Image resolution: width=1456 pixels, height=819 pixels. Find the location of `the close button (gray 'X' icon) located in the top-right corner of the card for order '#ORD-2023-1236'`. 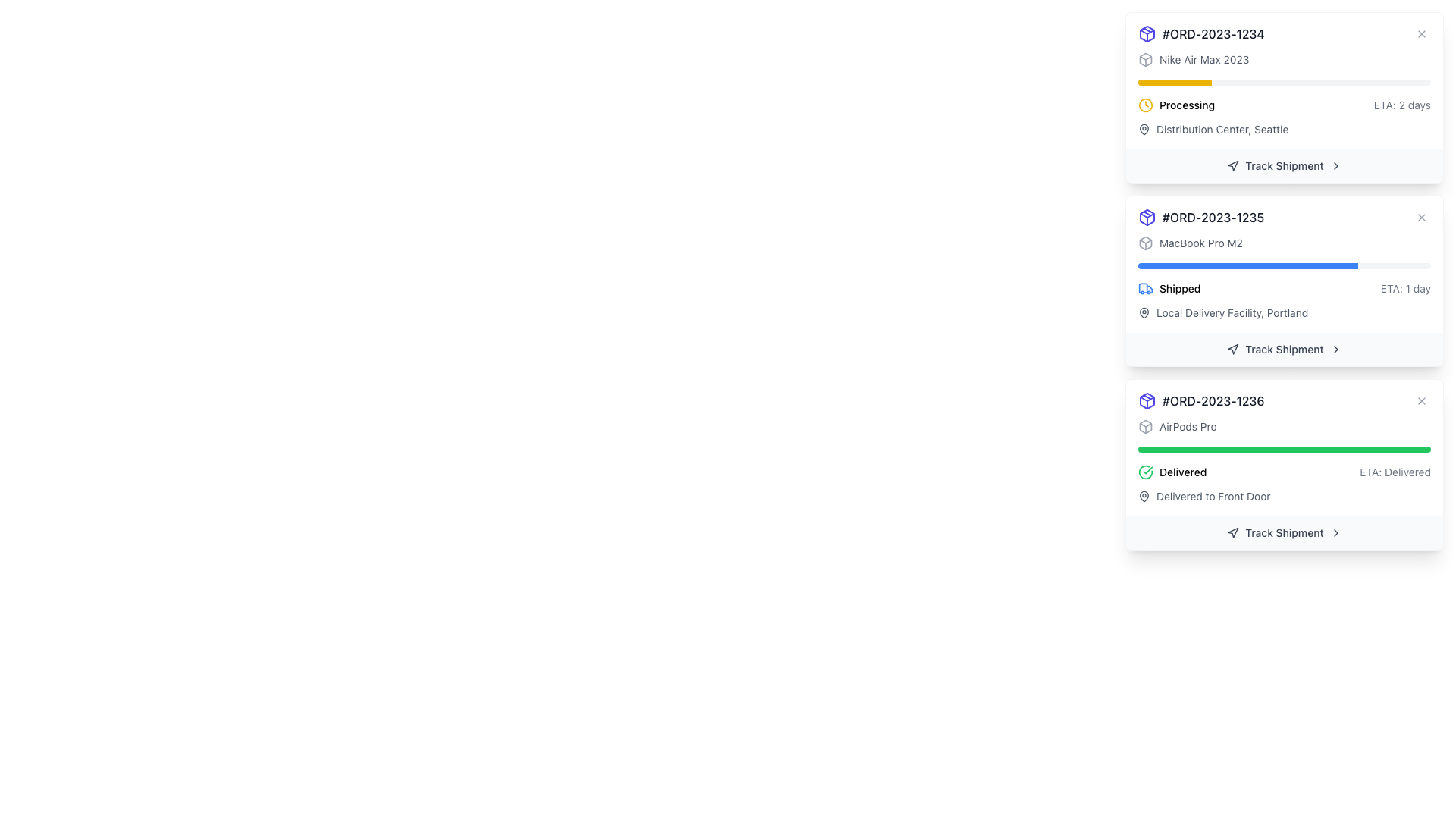

the close button (gray 'X' icon) located in the top-right corner of the card for order '#ORD-2023-1236' is located at coordinates (1421, 400).